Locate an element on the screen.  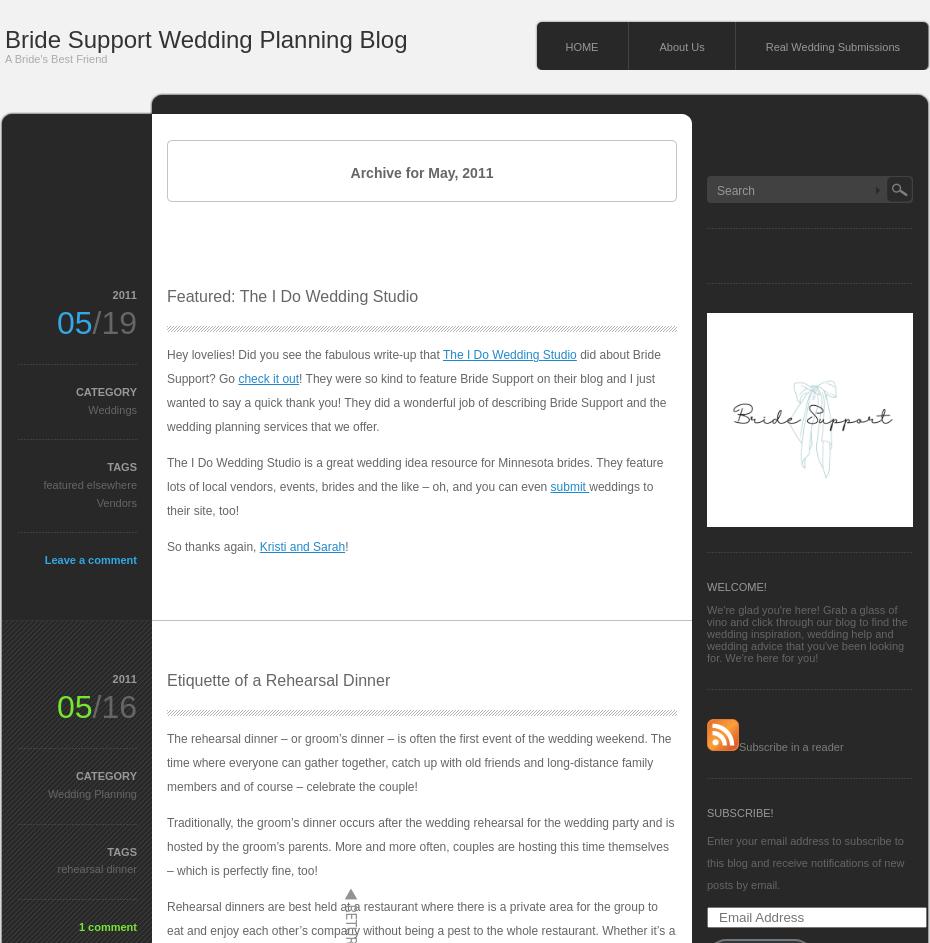
'/19' is located at coordinates (114, 322).